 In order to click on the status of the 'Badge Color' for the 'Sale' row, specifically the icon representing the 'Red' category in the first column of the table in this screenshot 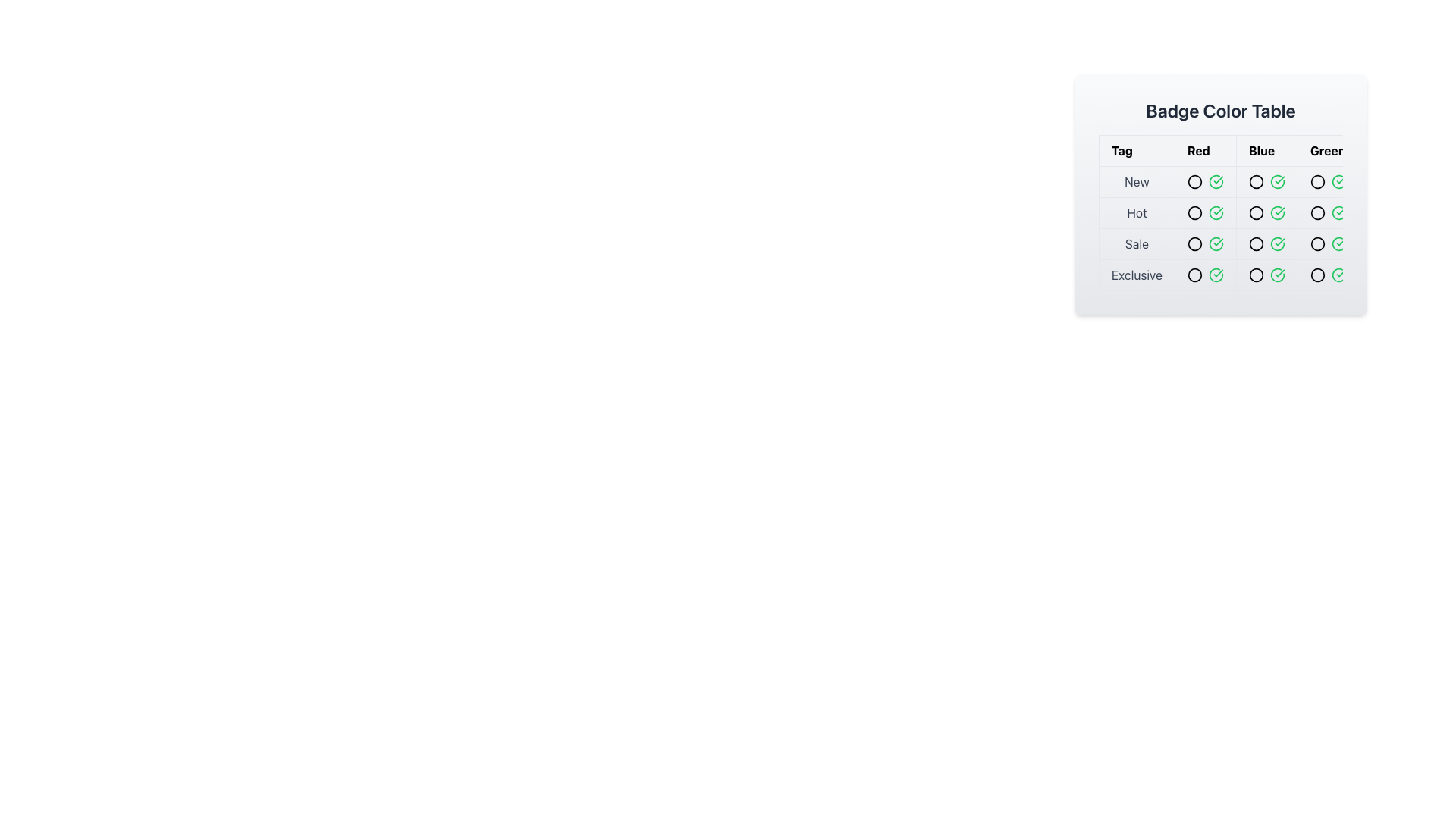, I will do `click(1204, 243)`.